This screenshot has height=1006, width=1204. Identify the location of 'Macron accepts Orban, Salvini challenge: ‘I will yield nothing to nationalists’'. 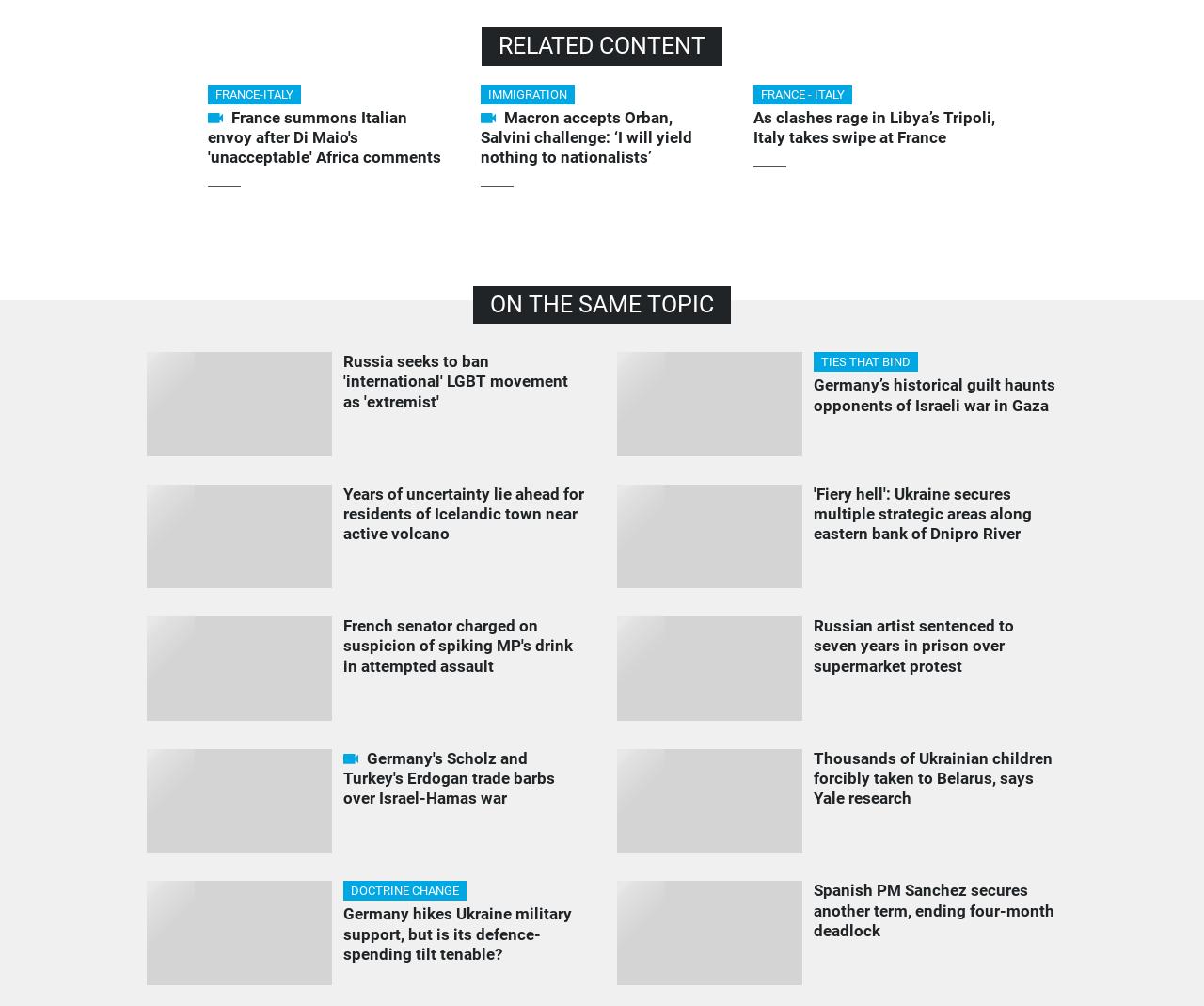
(479, 136).